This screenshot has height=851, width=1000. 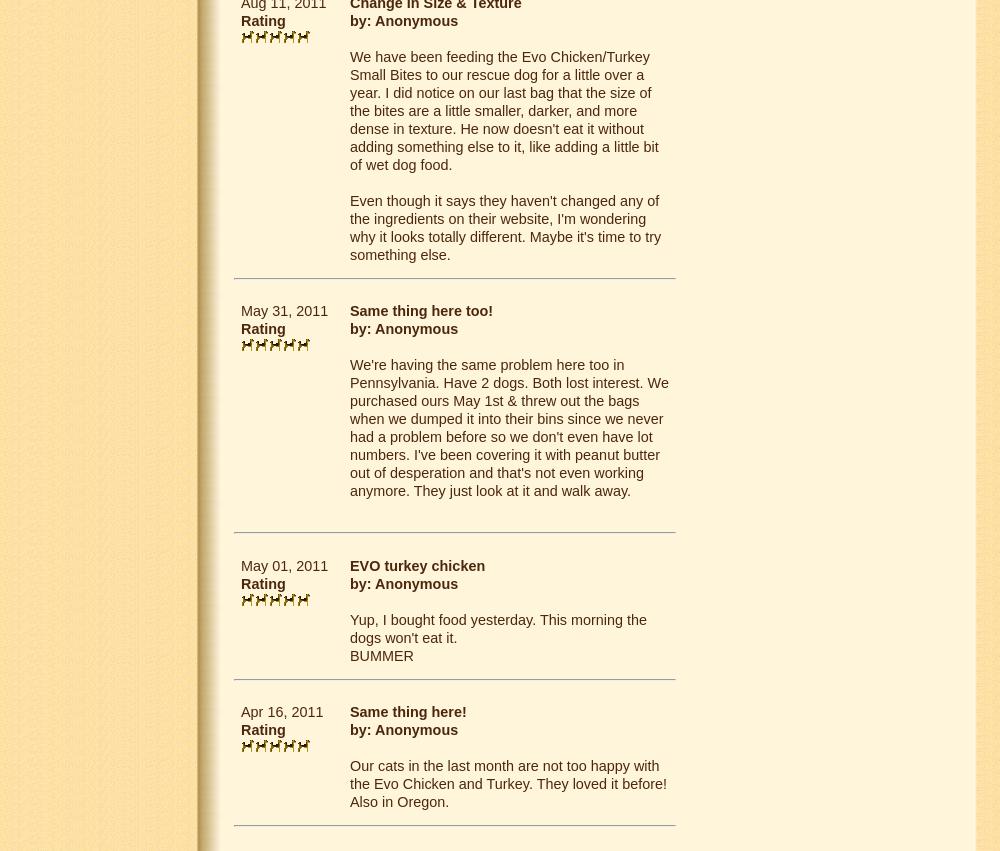 What do you see at coordinates (417, 563) in the screenshot?
I see `'EVO turkey chicken'` at bounding box center [417, 563].